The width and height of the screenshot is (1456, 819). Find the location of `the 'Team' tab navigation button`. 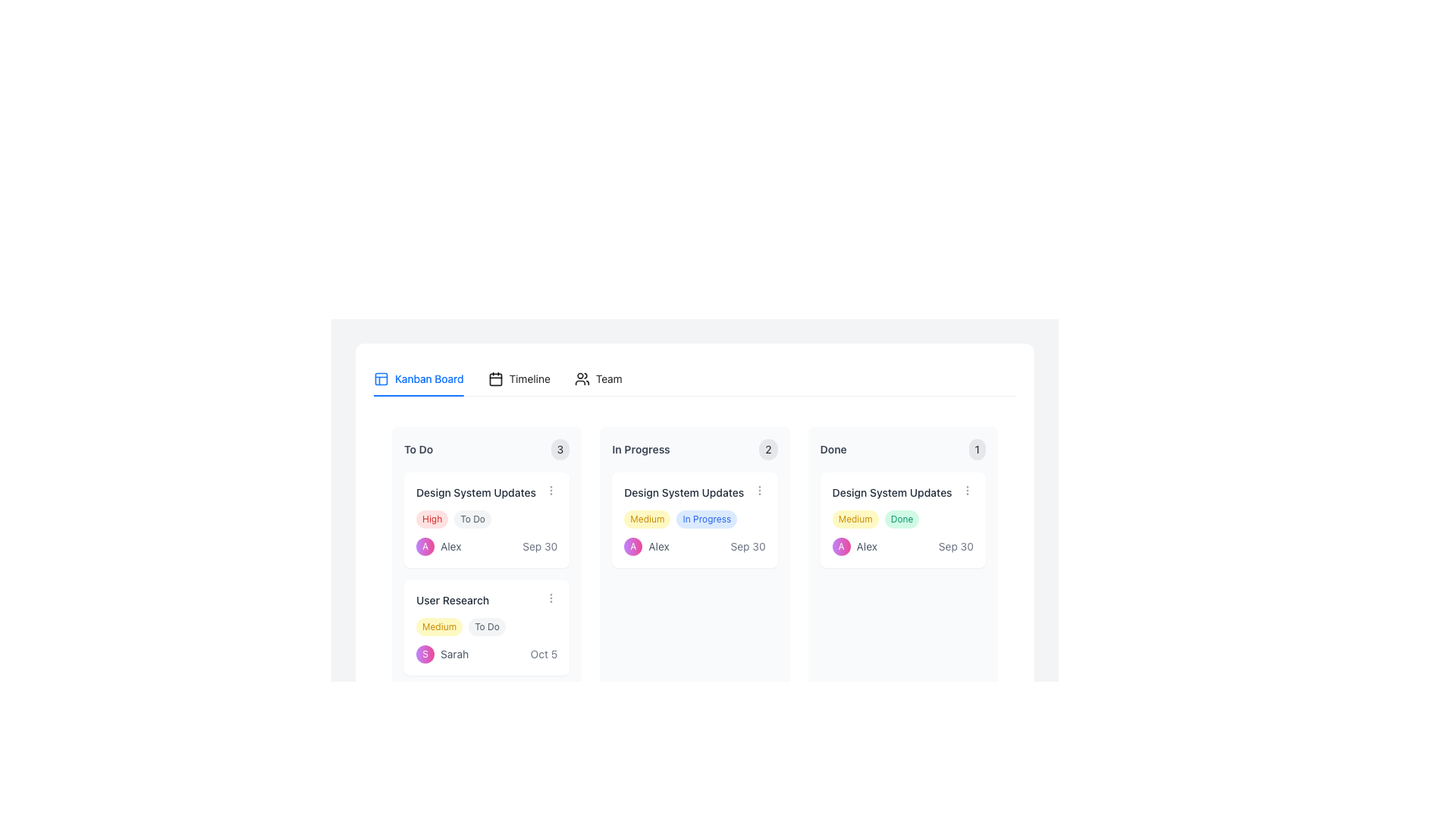

the 'Team' tab navigation button is located at coordinates (598, 378).